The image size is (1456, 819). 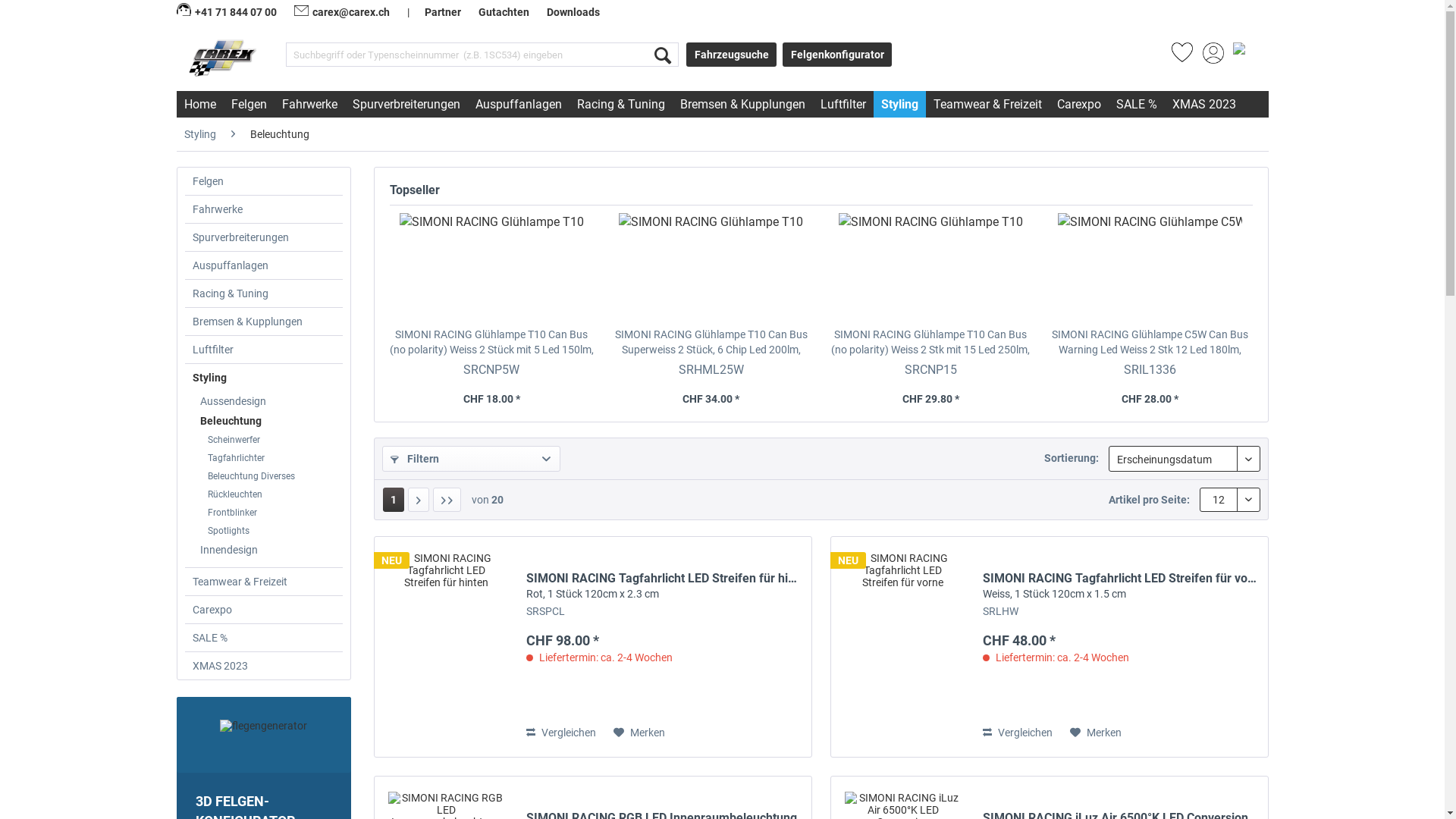 What do you see at coordinates (442, 11) in the screenshot?
I see `'Partner'` at bounding box center [442, 11].